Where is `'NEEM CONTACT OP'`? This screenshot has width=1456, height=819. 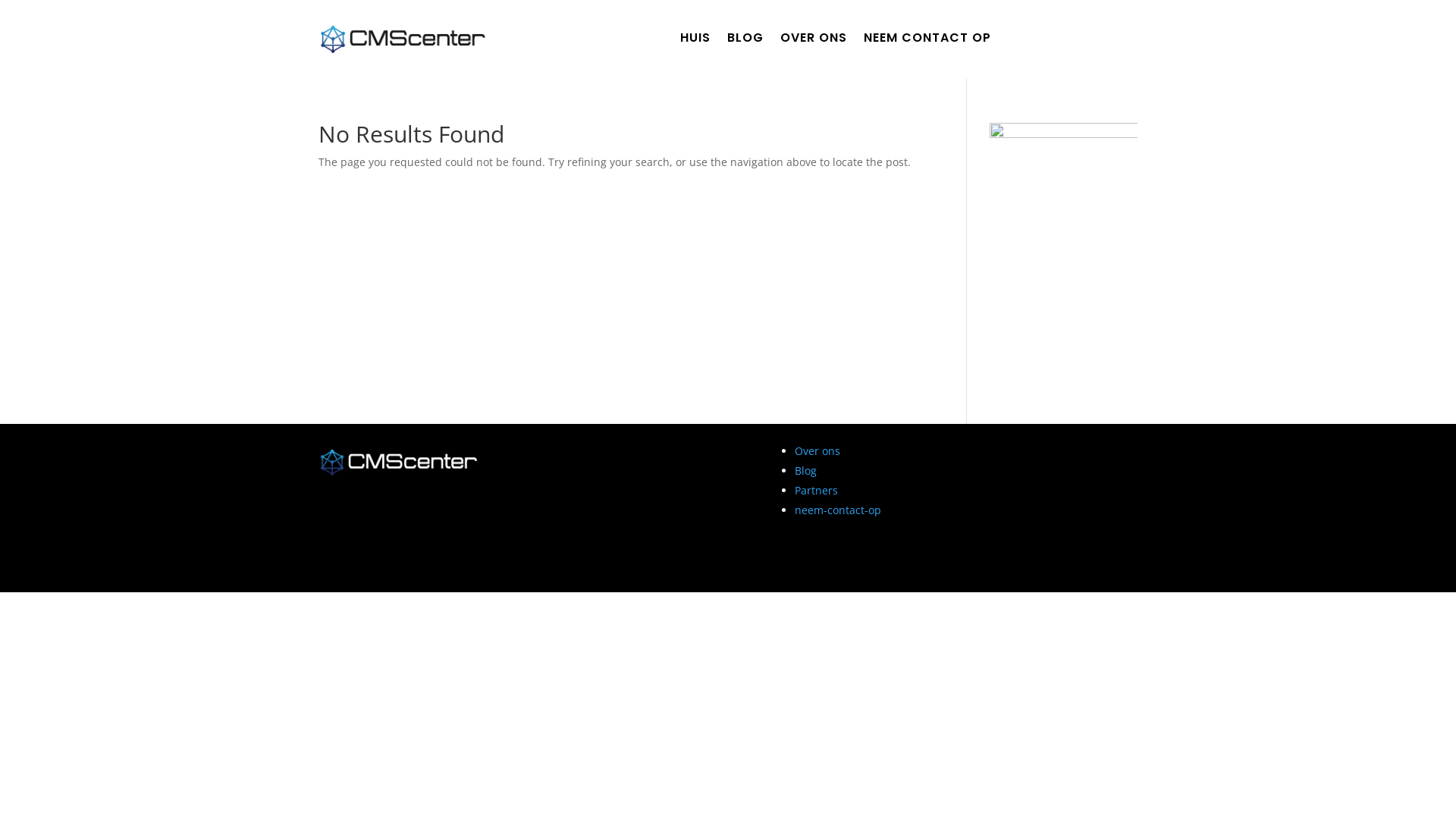
'NEEM CONTACT OP' is located at coordinates (927, 40).